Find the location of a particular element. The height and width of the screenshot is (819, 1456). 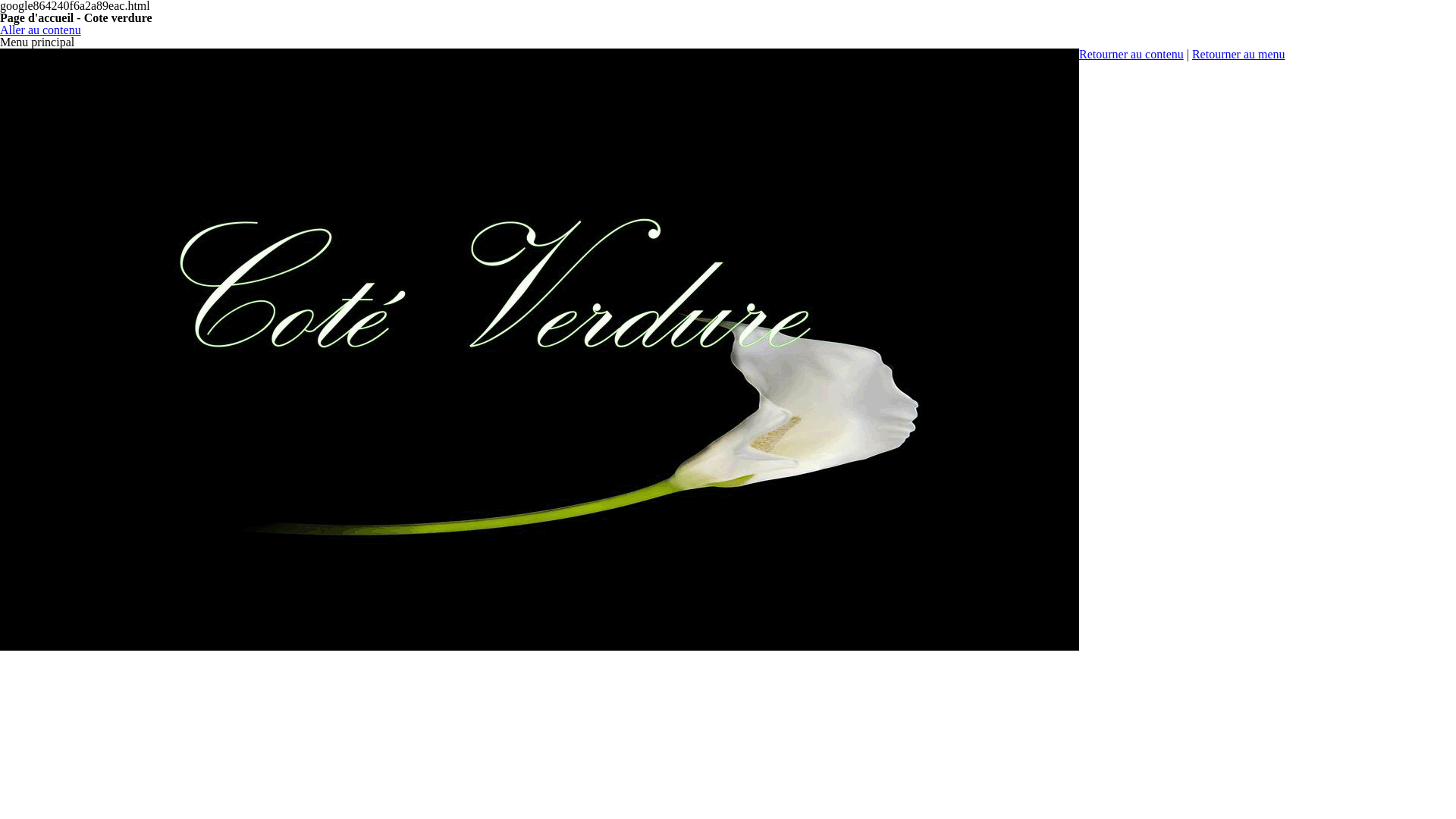

'Retourner au menu' is located at coordinates (1238, 53).